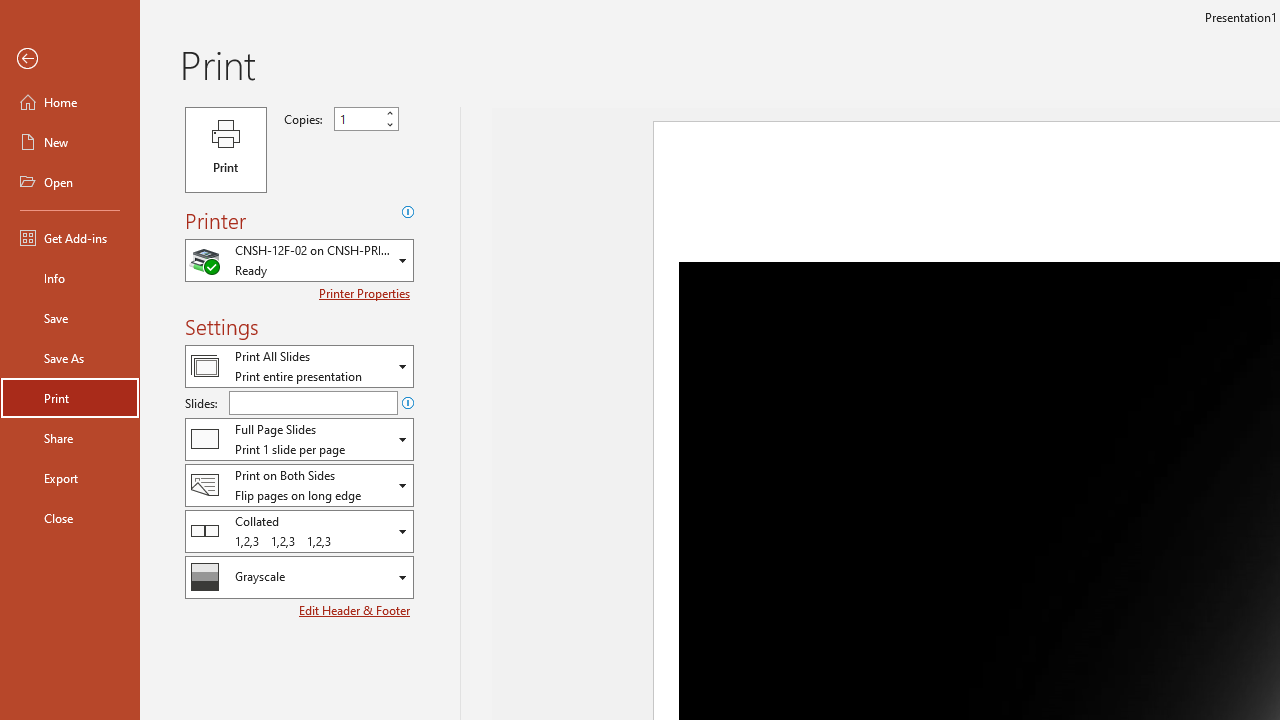  Describe the element at coordinates (389, 113) in the screenshot. I see `'More'` at that location.